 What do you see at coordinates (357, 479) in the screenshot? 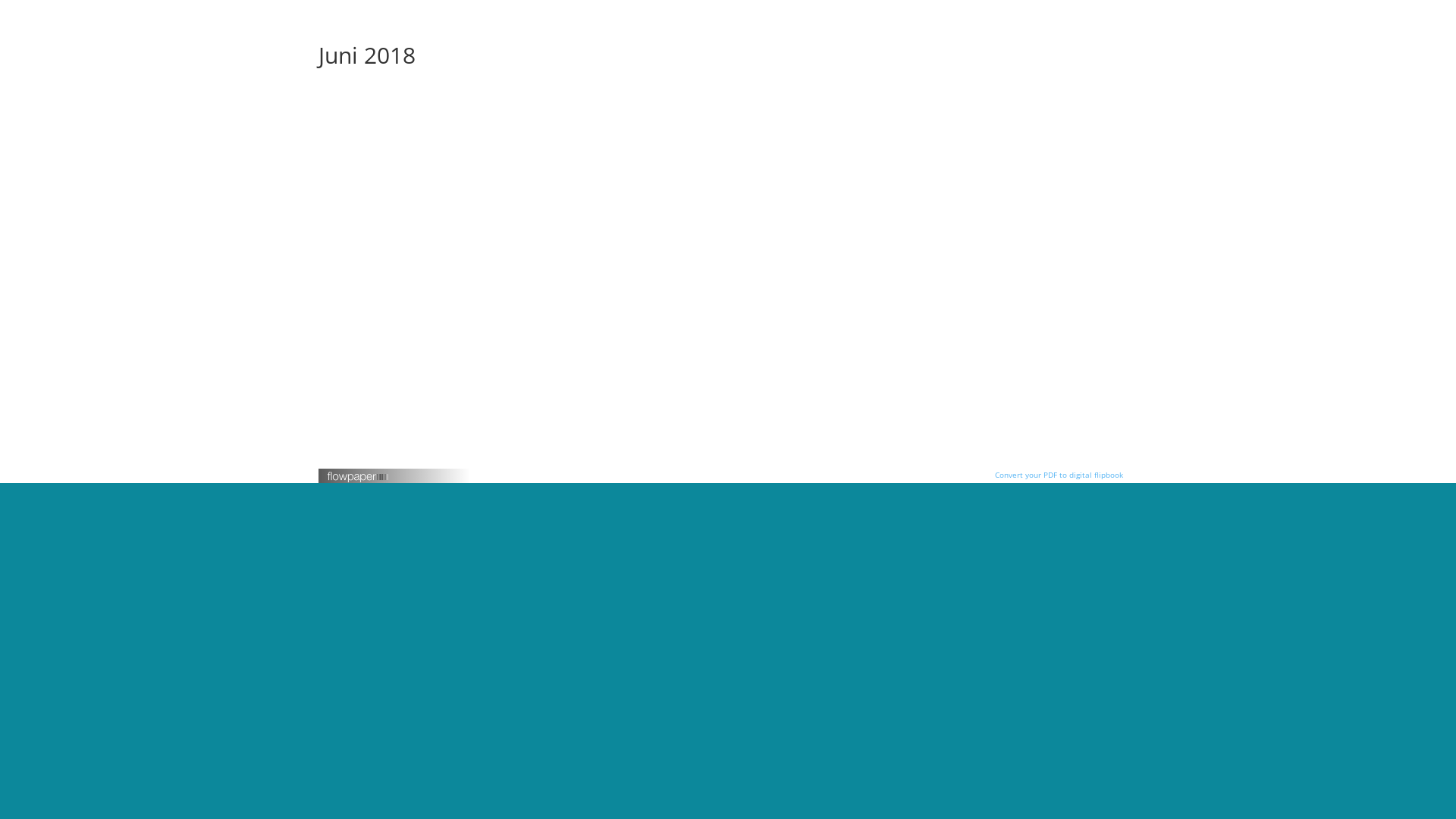
I see `'FlowPaper logotype'` at bounding box center [357, 479].